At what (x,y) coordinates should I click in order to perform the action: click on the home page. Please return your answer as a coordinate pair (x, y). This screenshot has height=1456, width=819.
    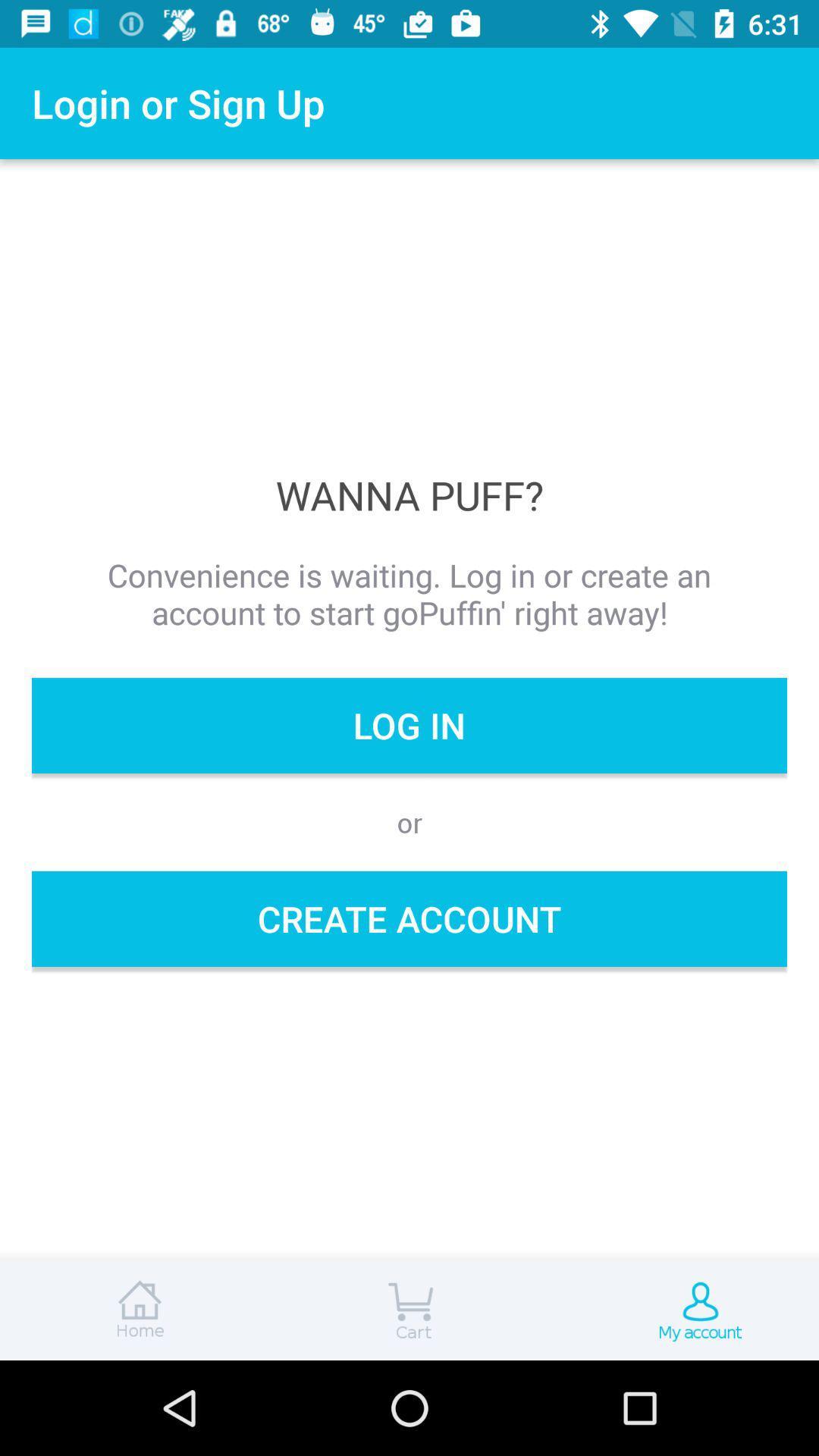
    Looking at the image, I should click on (136, 1310).